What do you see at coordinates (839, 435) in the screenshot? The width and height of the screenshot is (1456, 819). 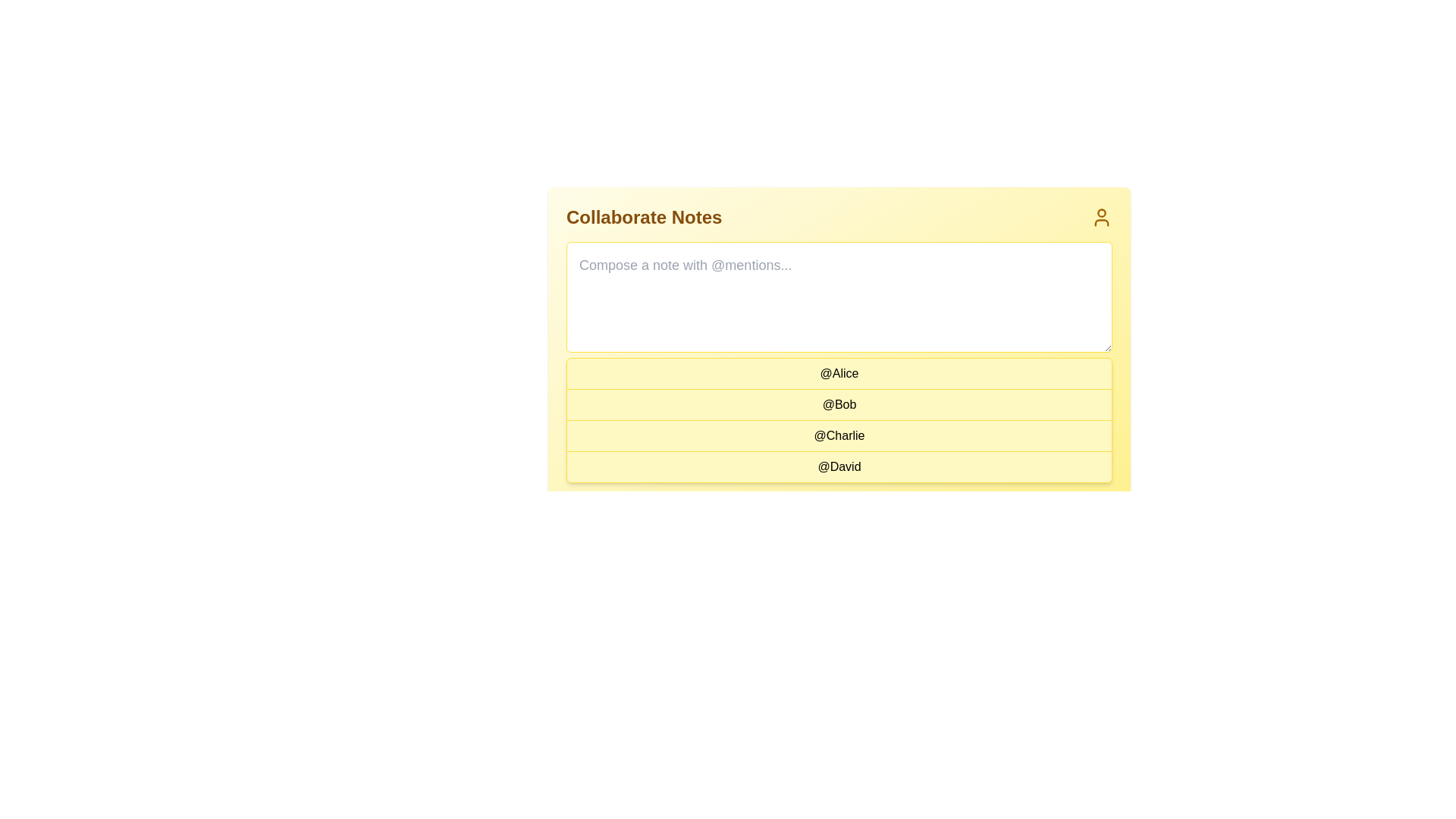 I see `the third item` at bounding box center [839, 435].